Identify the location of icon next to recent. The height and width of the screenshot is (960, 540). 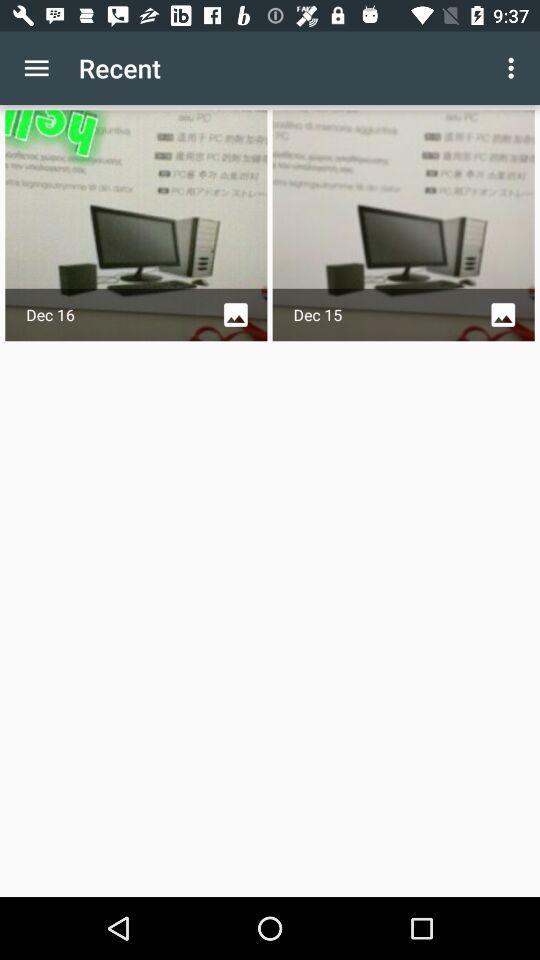
(513, 68).